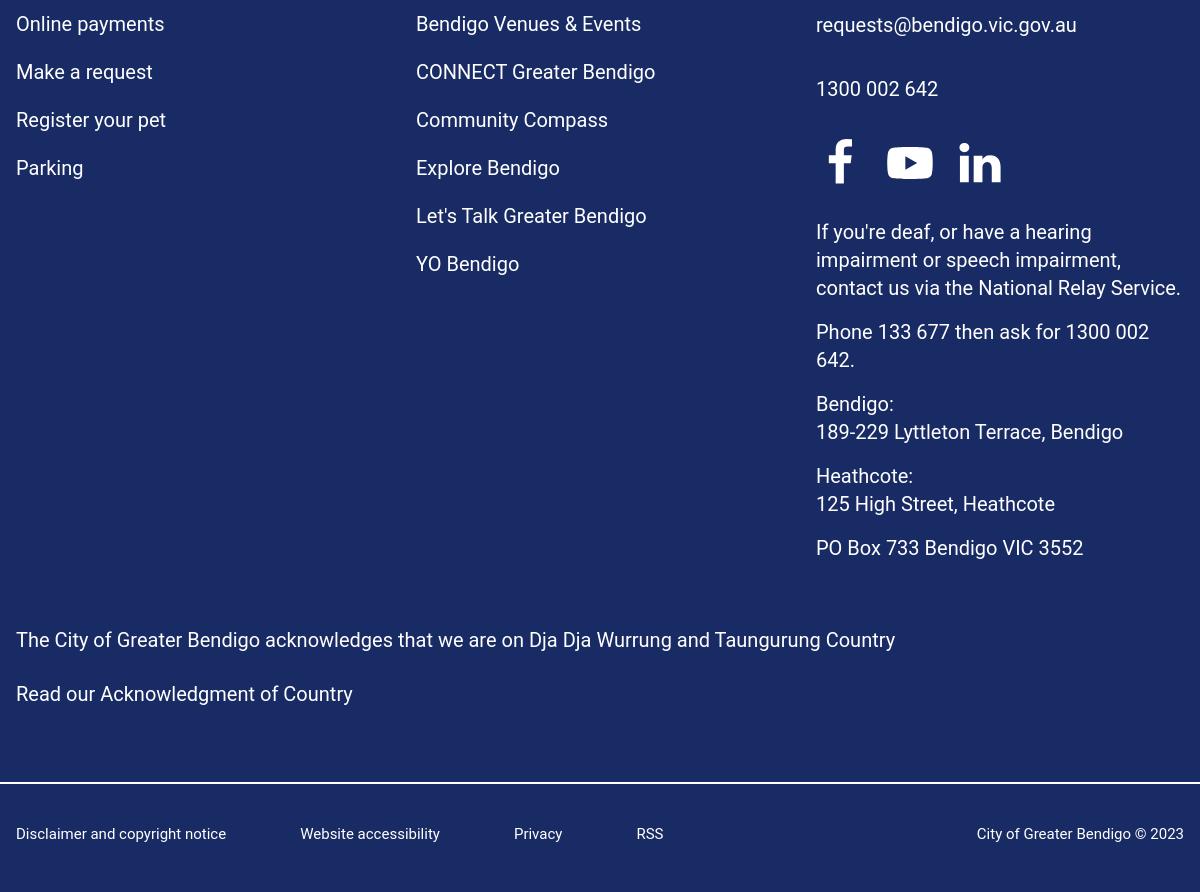  I want to click on 'Bendigo Venues & Events', so click(527, 23).